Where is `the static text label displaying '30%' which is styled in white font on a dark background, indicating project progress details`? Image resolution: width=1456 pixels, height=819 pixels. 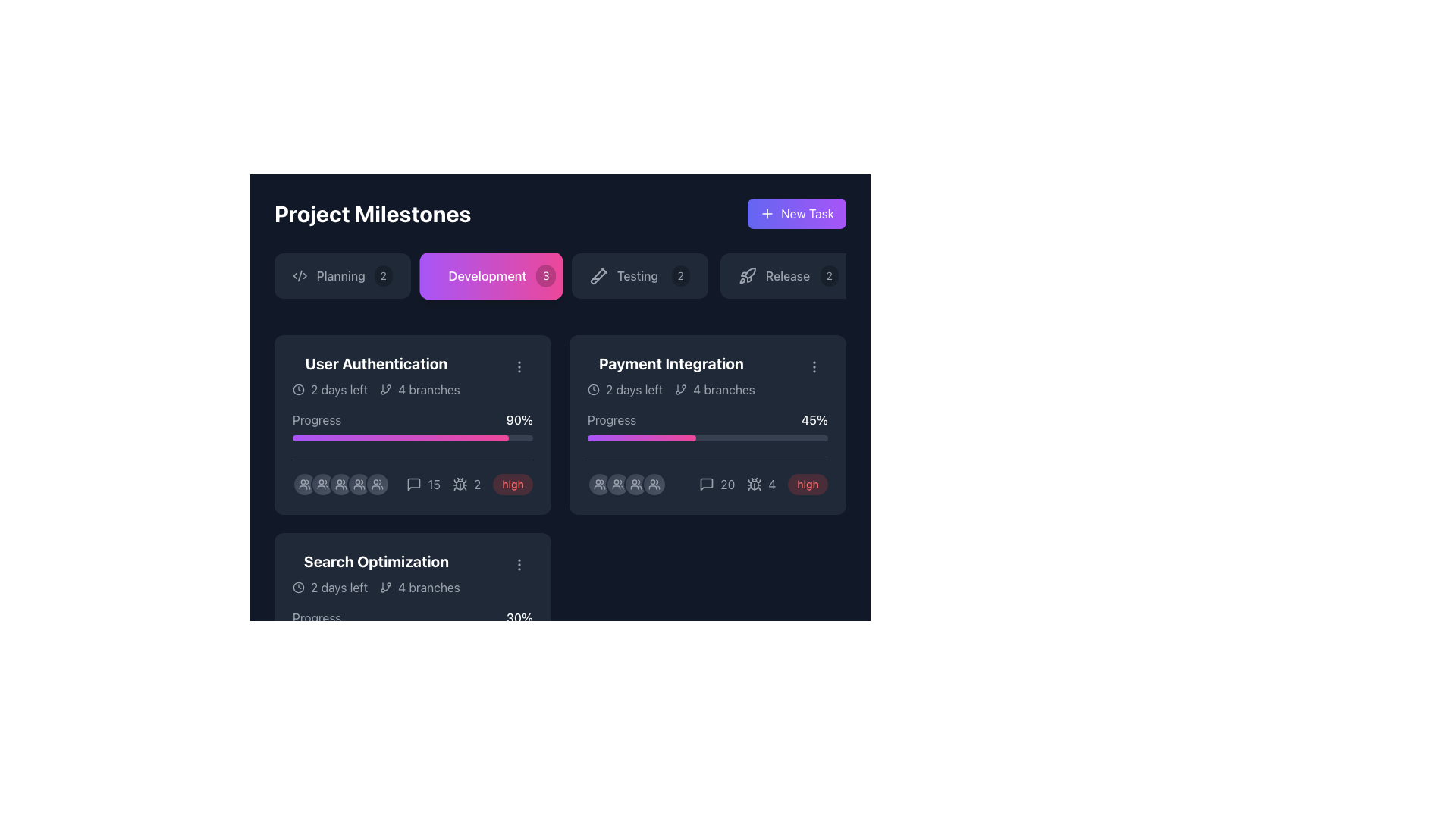 the static text label displaying '30%' which is styled in white font on a dark background, indicating project progress details is located at coordinates (519, 617).